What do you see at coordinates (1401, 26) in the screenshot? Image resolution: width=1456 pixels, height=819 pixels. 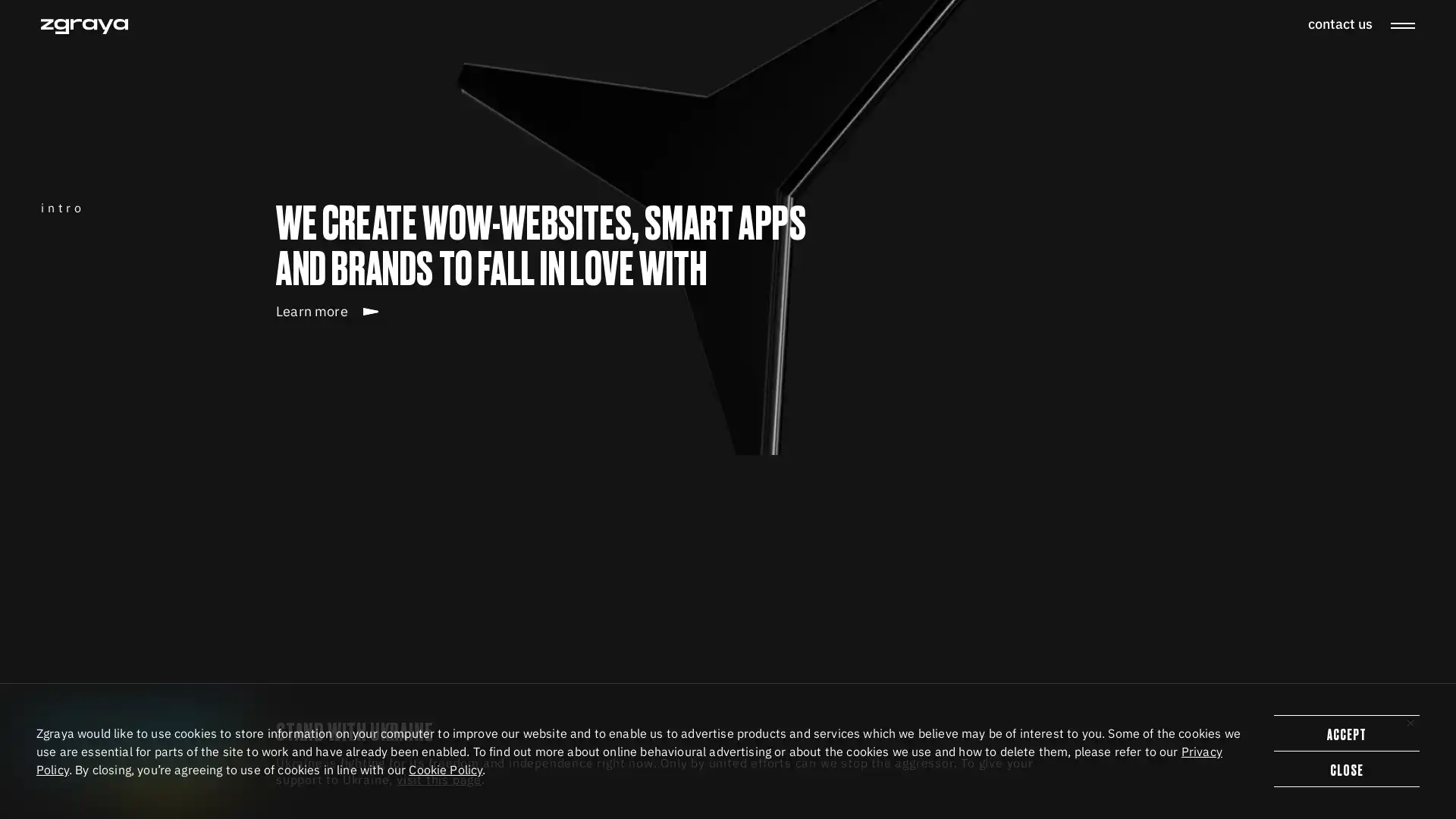 I see `Main Menu` at bounding box center [1401, 26].